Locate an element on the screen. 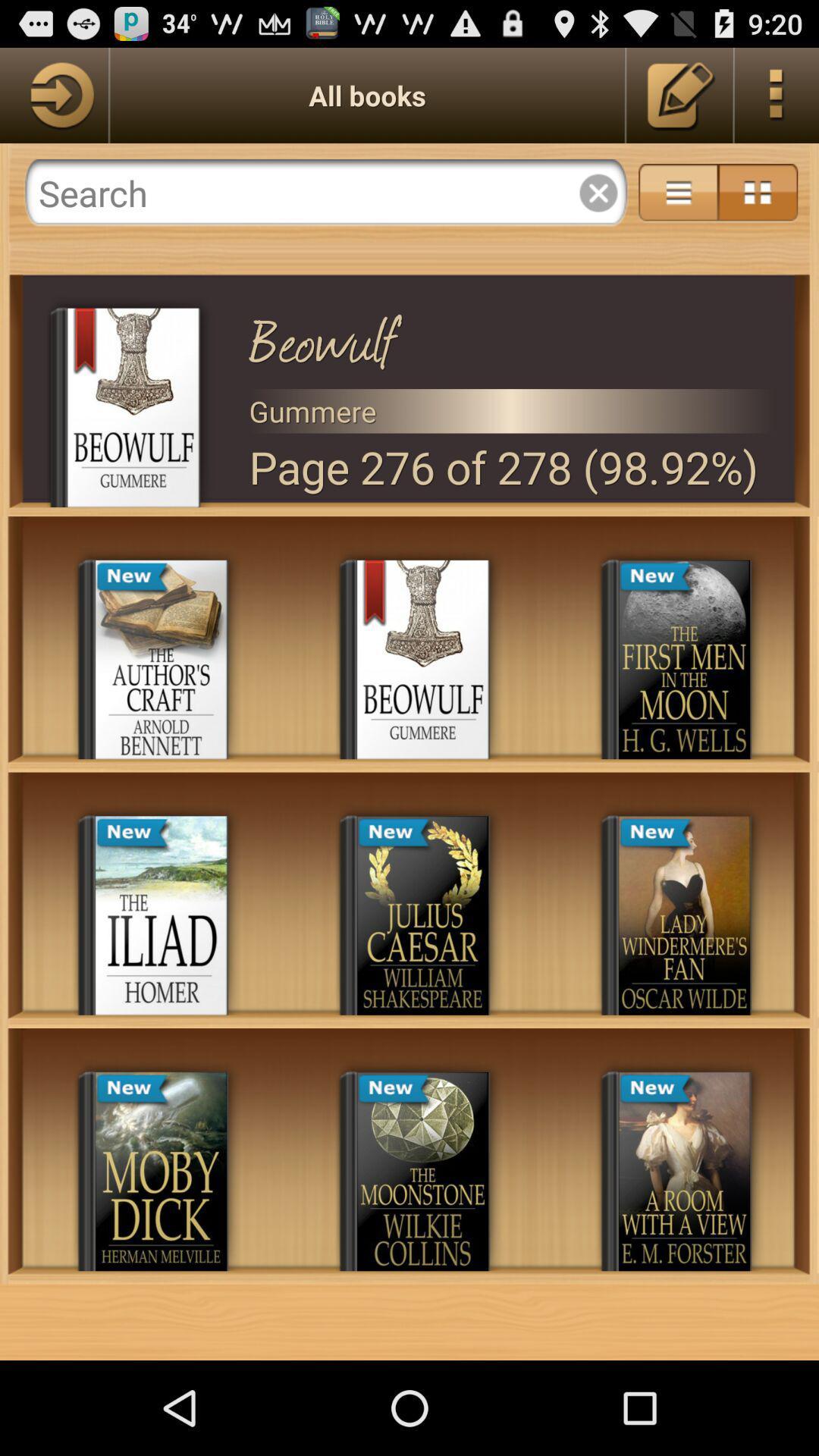  this button menu selection is located at coordinates (777, 94).